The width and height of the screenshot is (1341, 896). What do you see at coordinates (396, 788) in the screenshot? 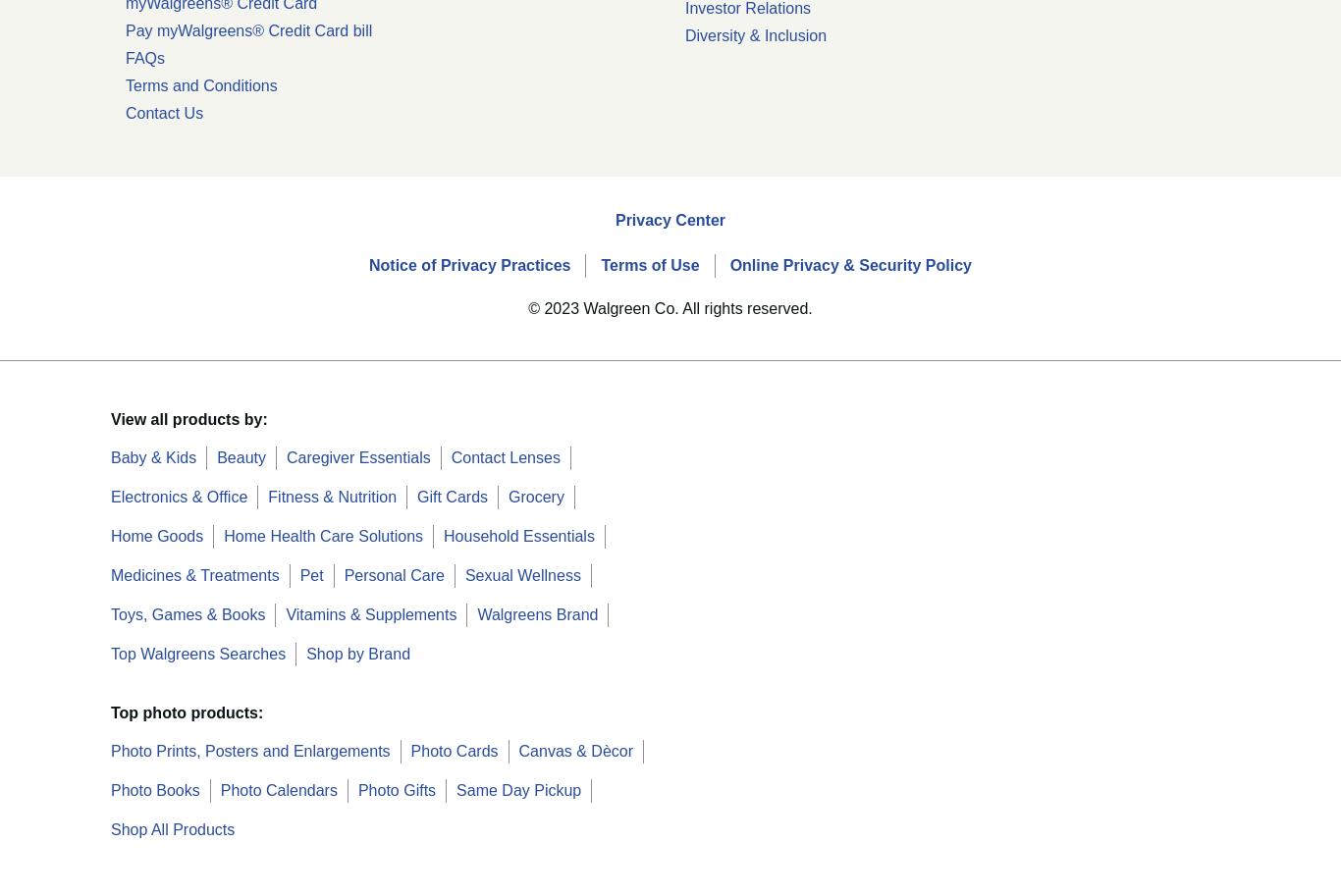
I see `'Photo Gifts'` at bounding box center [396, 788].